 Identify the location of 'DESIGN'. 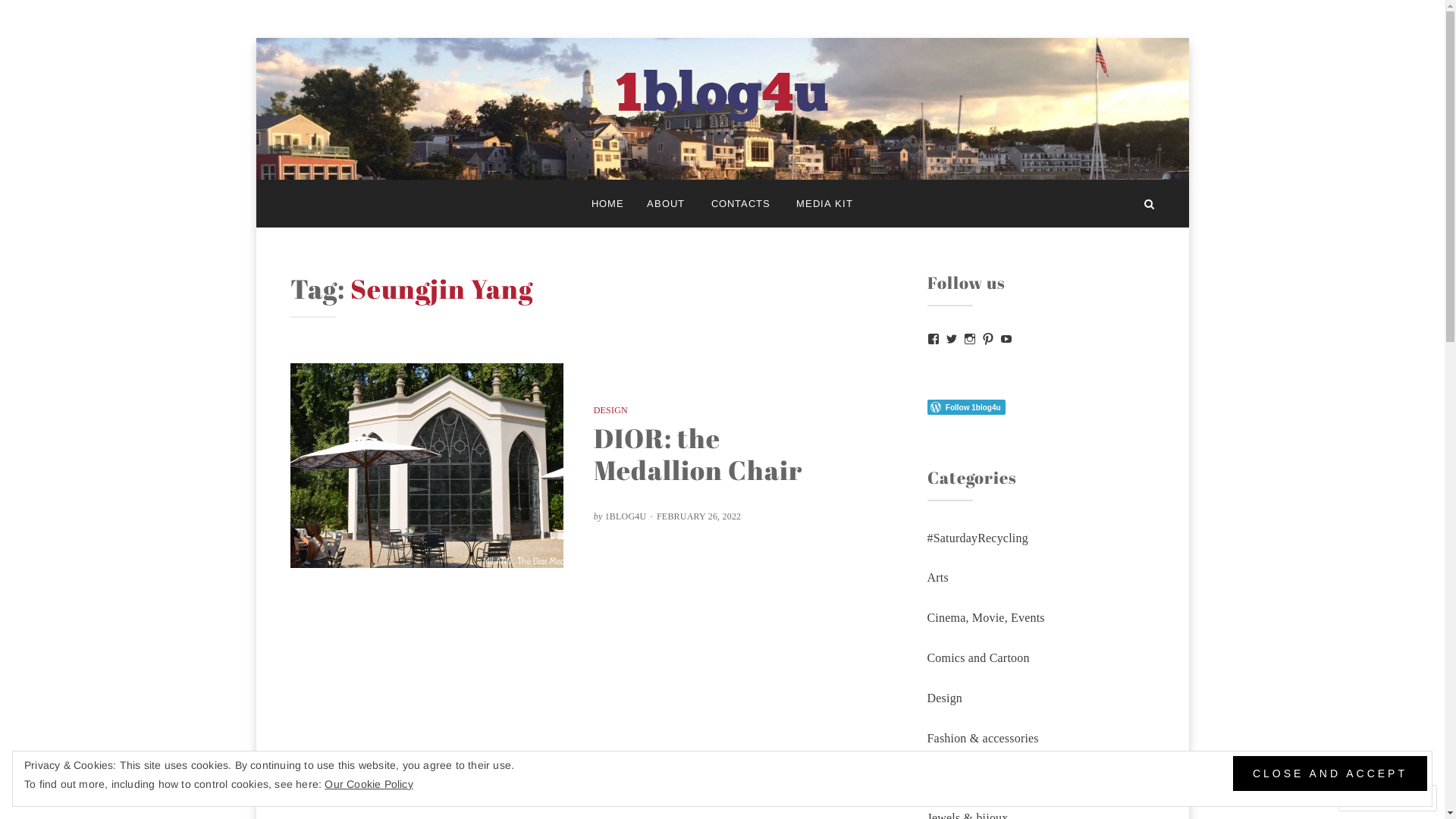
(592, 409).